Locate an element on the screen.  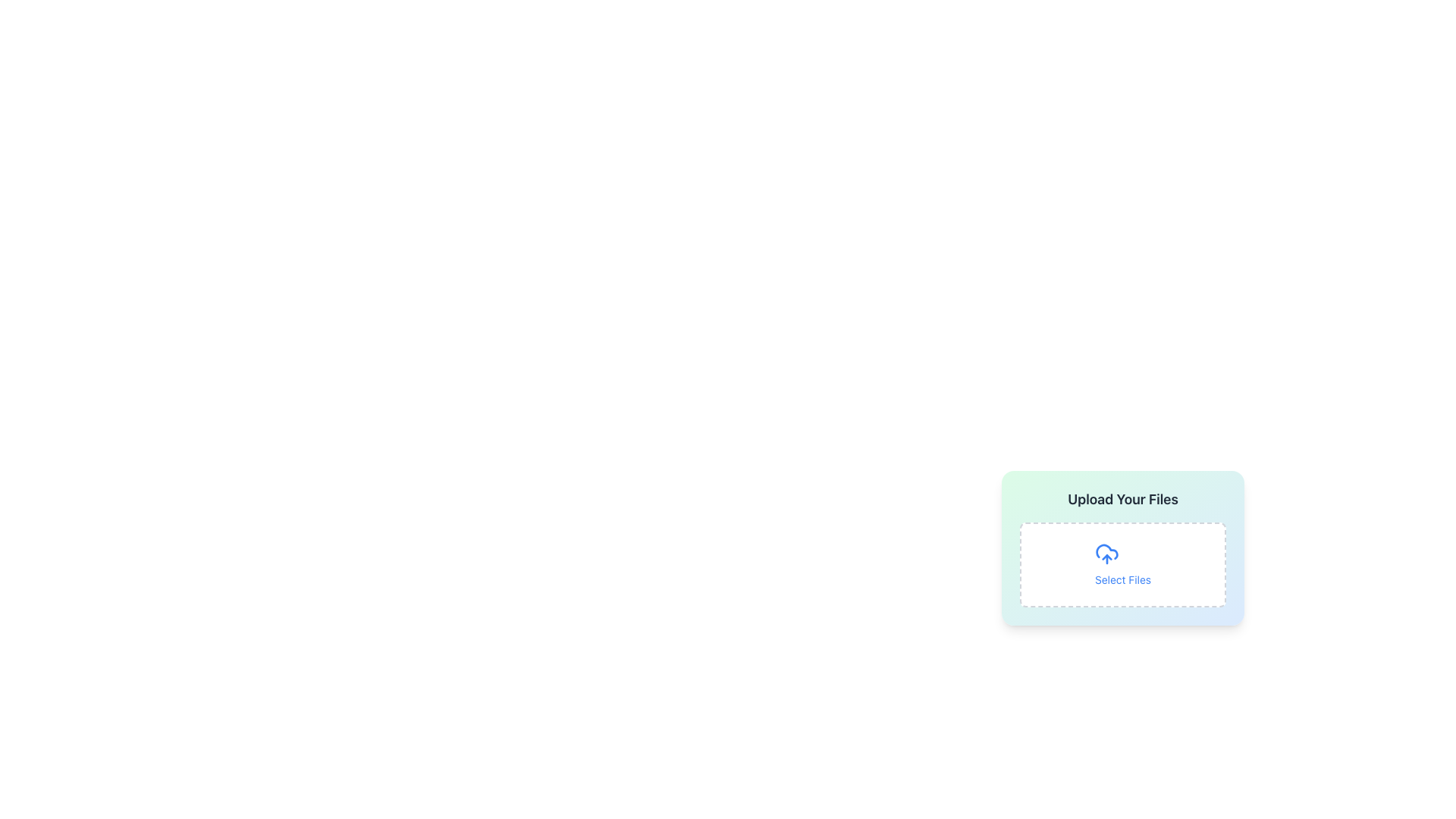
the decorative cloud icon within the 'Upload Your Files' UI card, which visually represents the upload functionality is located at coordinates (1106, 551).